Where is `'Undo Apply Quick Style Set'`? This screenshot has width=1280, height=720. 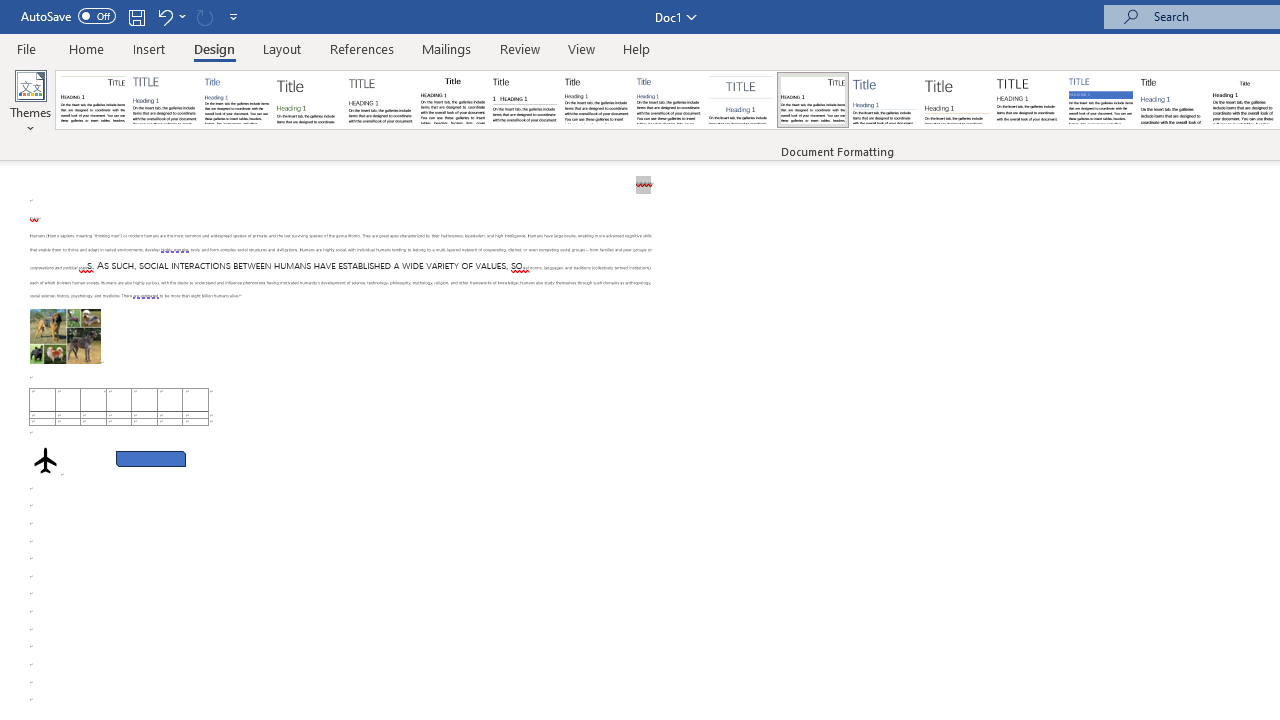 'Undo Apply Quick Style Set' is located at coordinates (164, 16).